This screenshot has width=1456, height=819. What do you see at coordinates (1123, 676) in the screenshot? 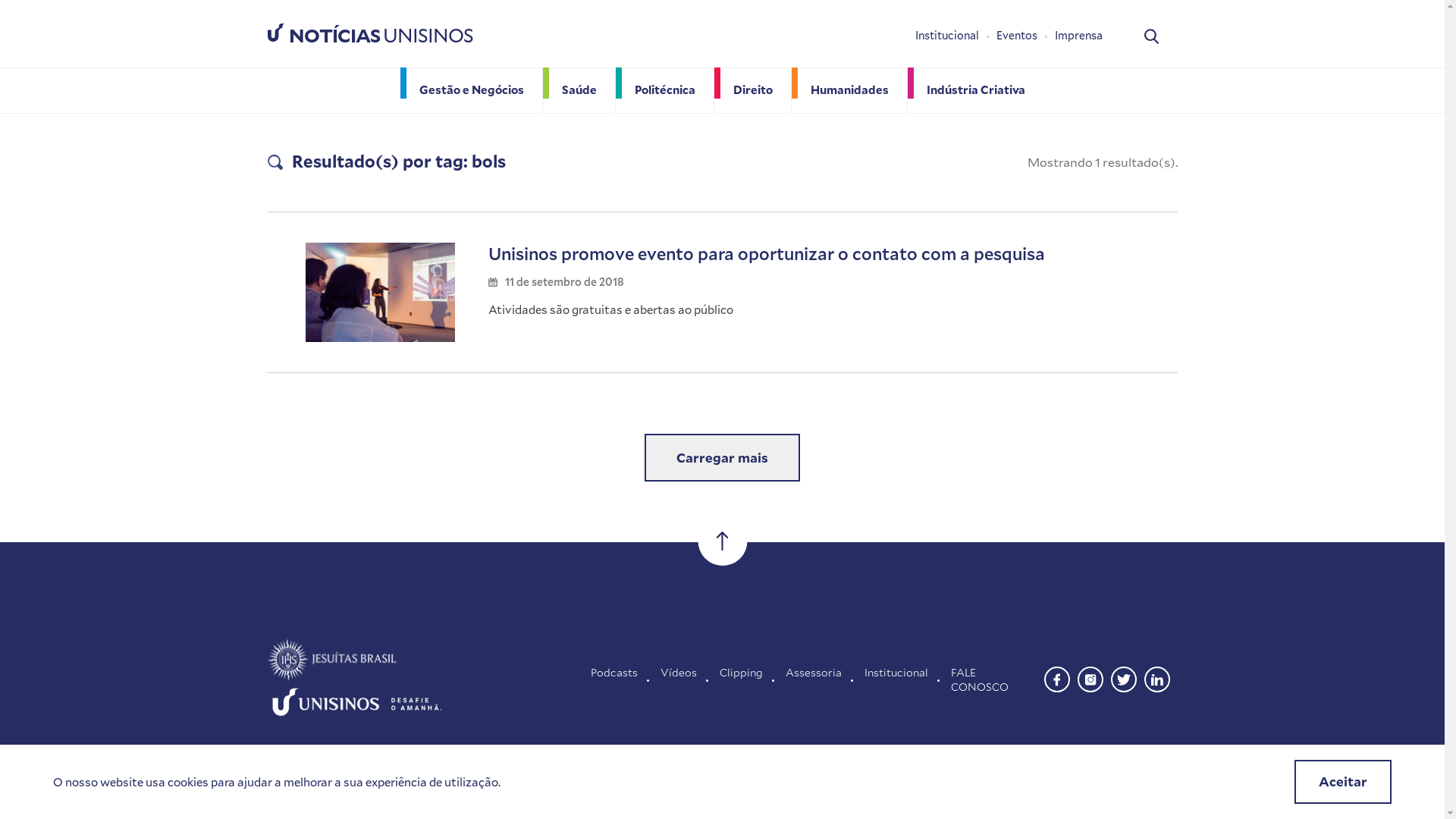
I see `'twitter'` at bounding box center [1123, 676].